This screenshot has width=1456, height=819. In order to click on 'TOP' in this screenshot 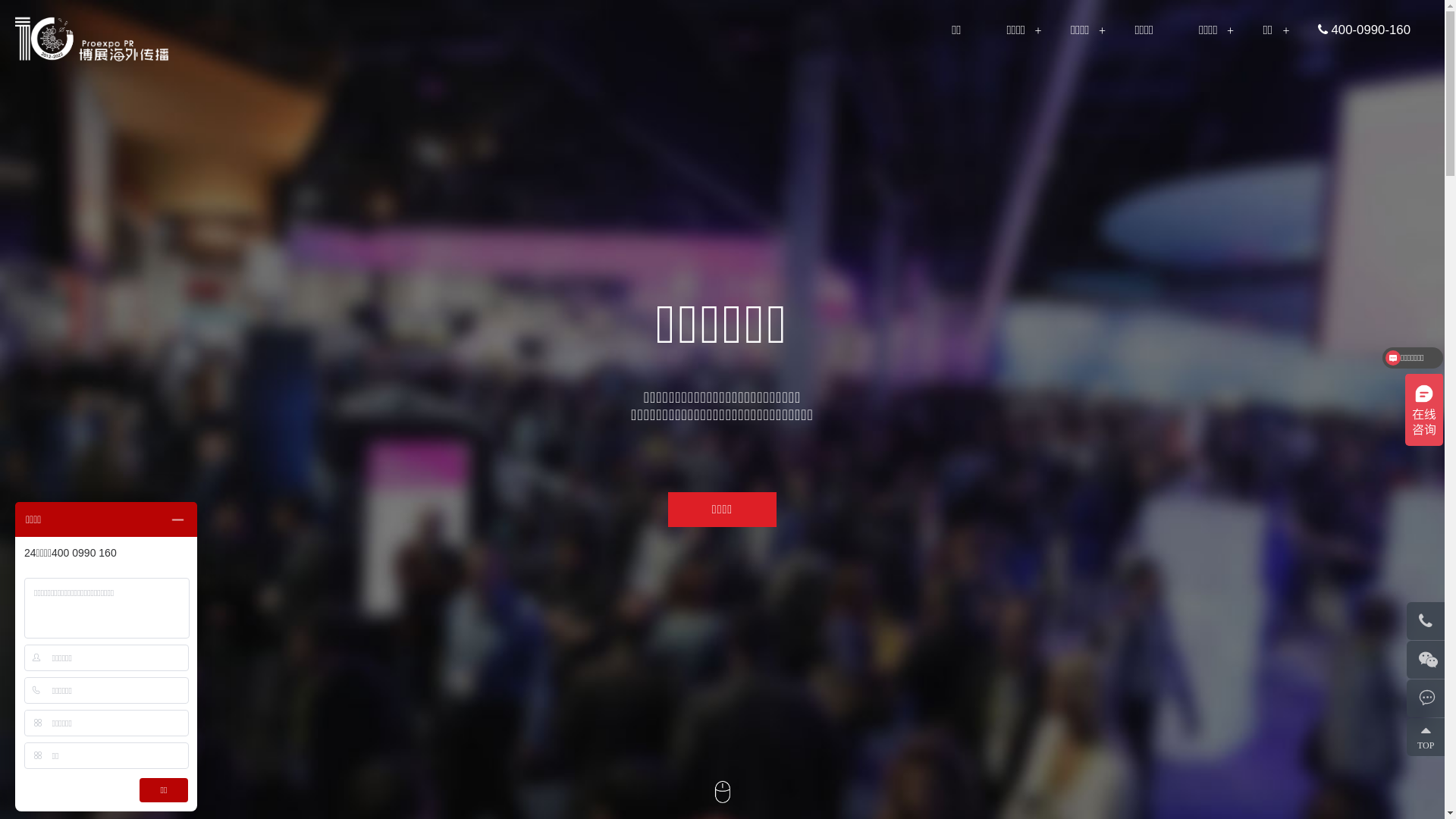, I will do `click(1405, 736)`.